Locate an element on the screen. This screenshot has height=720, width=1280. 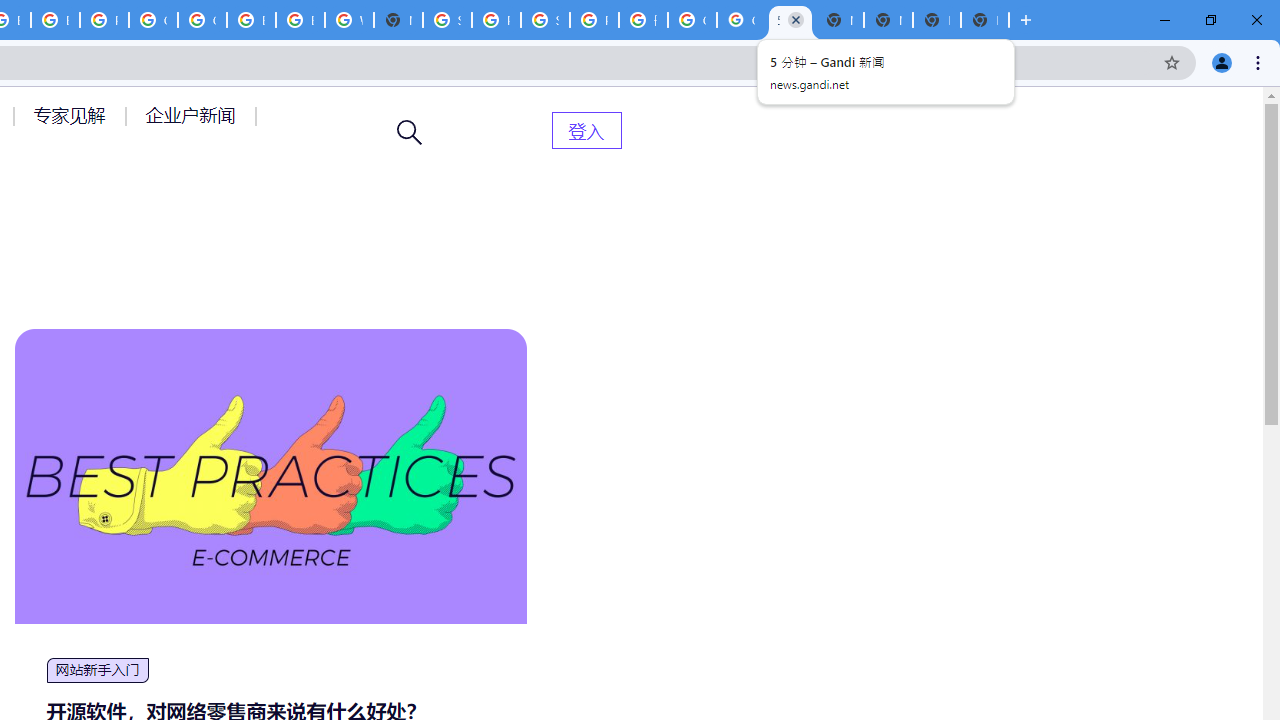
'Browse Chrome as a guest - Computer - Google Chrome Help' is located at coordinates (250, 20).